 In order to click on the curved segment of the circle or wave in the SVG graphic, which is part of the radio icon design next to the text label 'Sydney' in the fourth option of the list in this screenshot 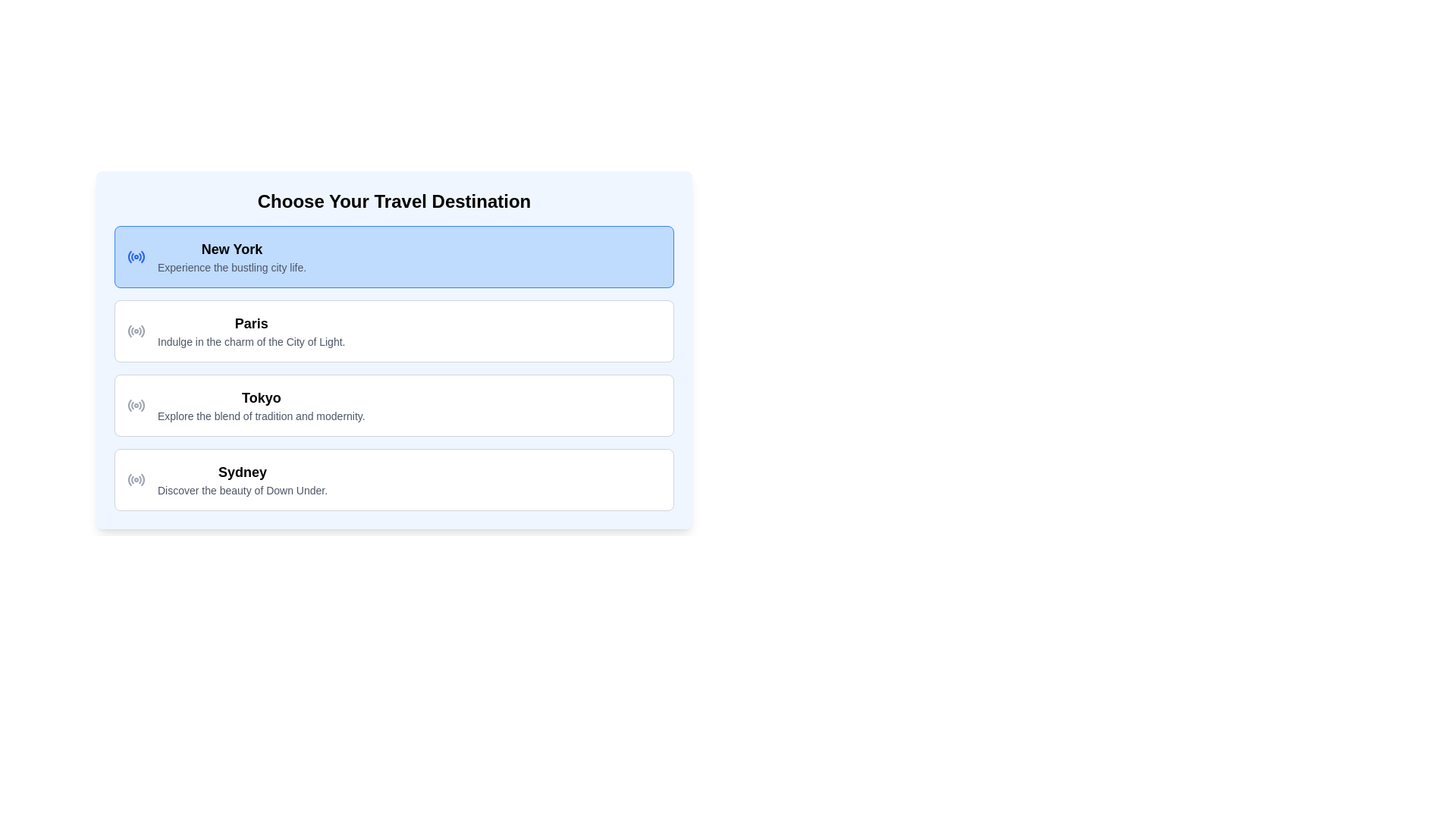, I will do `click(140, 480)`.